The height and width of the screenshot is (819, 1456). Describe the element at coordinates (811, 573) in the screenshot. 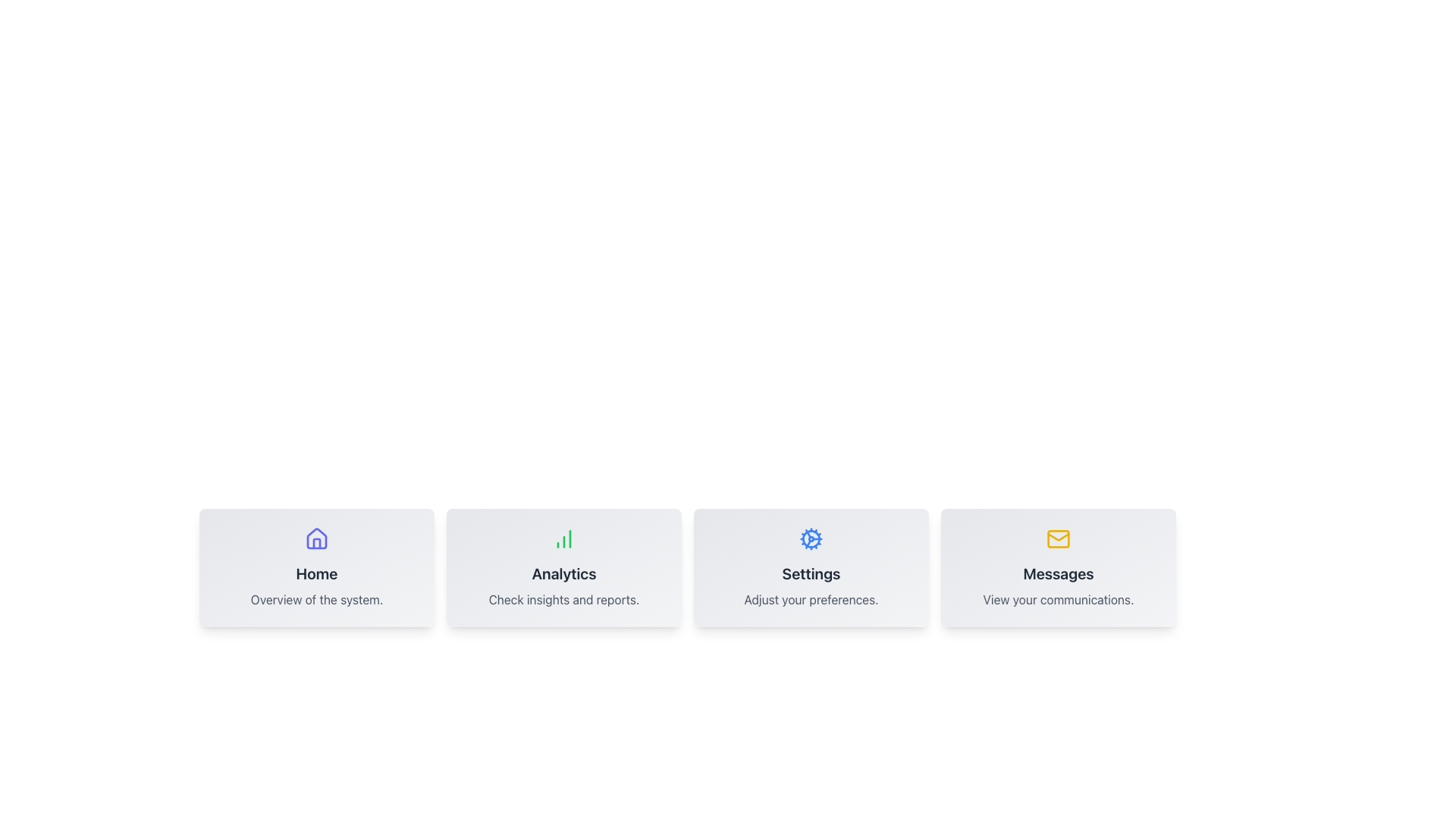

I see `the text content of the 'Settings' label, which is a bold, large font text displayed in dark gray within the third card of four horizontally aligned cards` at that location.